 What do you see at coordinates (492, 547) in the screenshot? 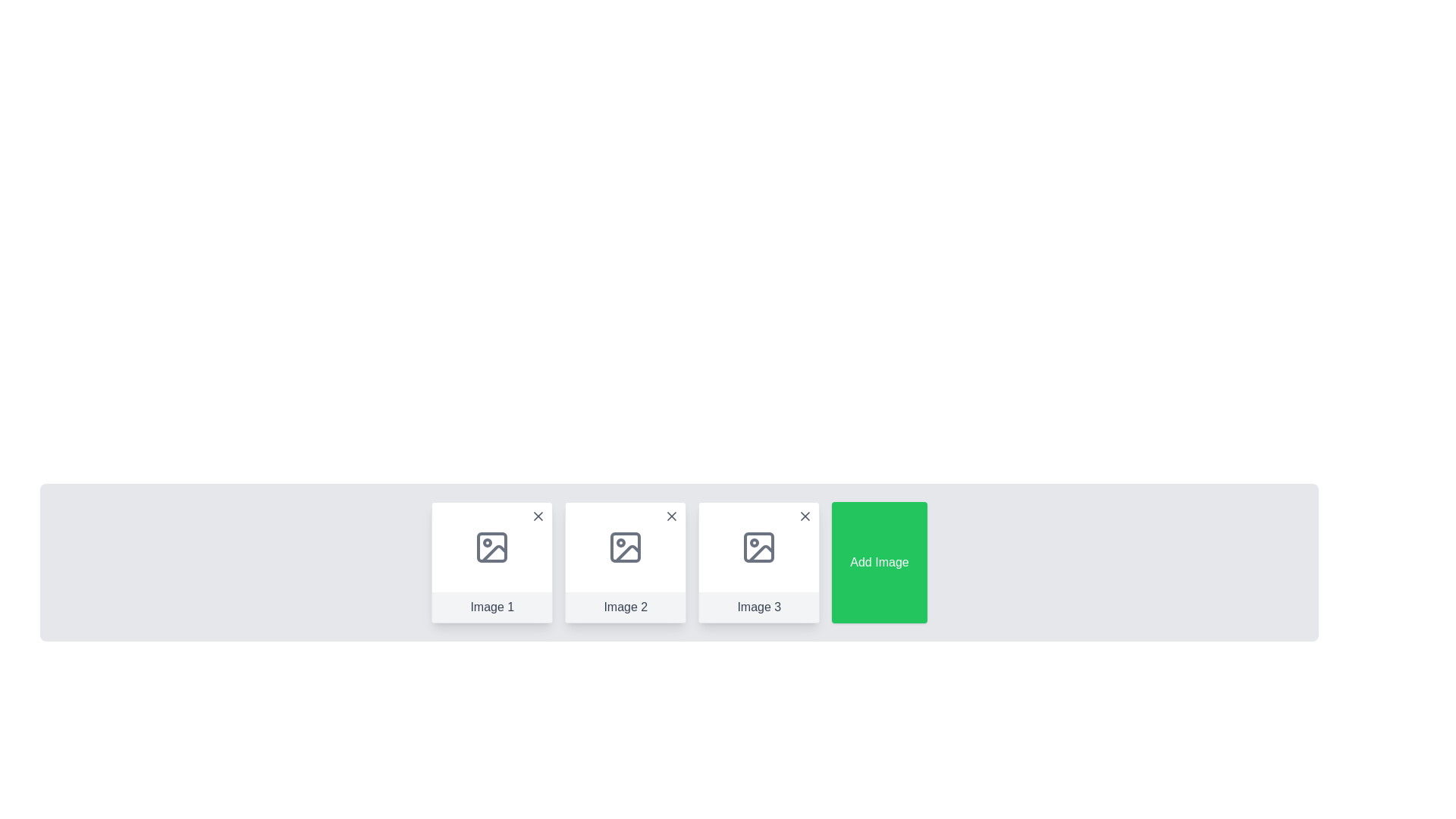
I see `the image icon located in the card labeled 'Image 1', which is the first of three adjacent icons in the horizontal sequence` at bounding box center [492, 547].